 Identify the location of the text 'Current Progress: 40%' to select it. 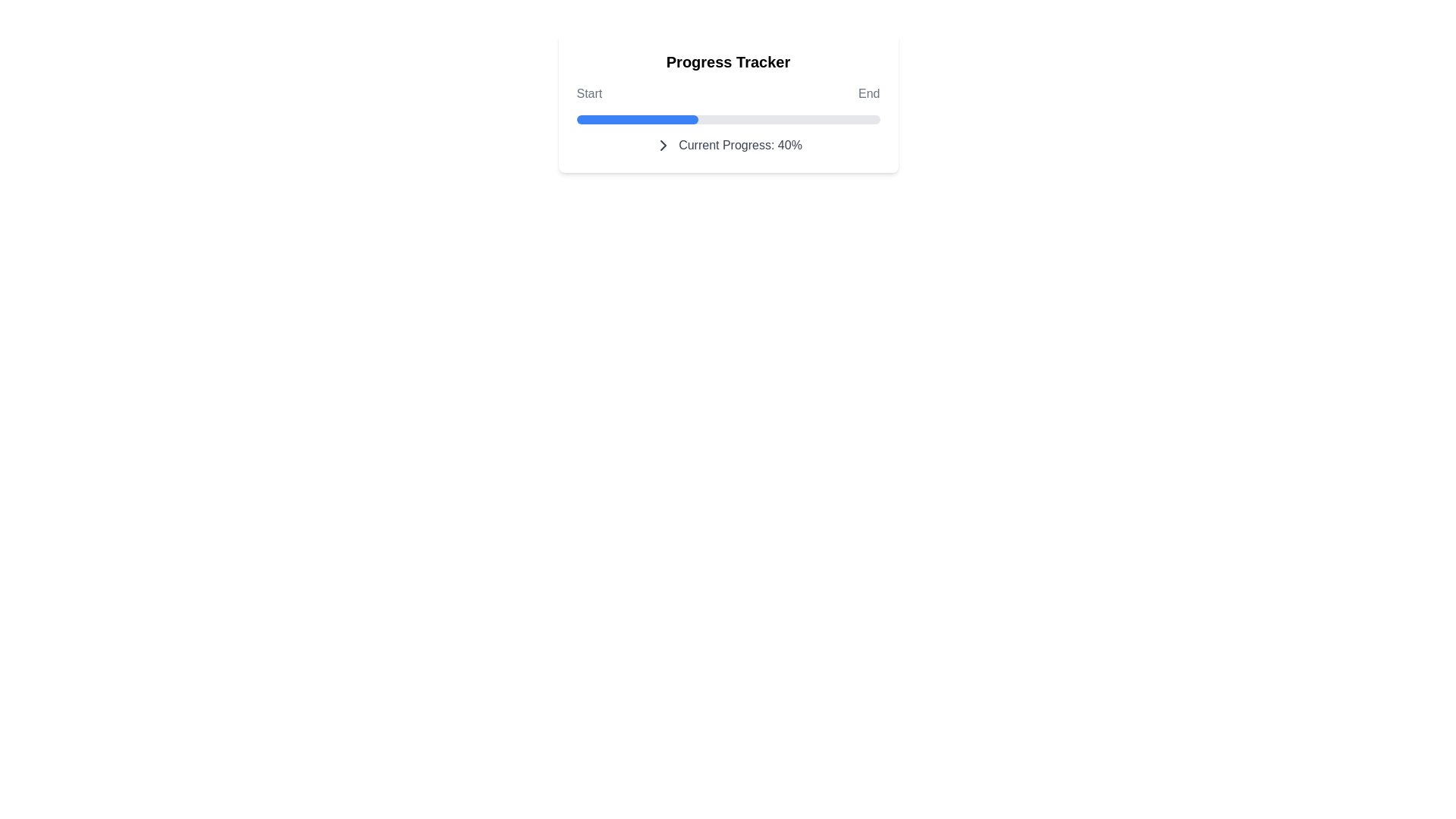
(728, 146).